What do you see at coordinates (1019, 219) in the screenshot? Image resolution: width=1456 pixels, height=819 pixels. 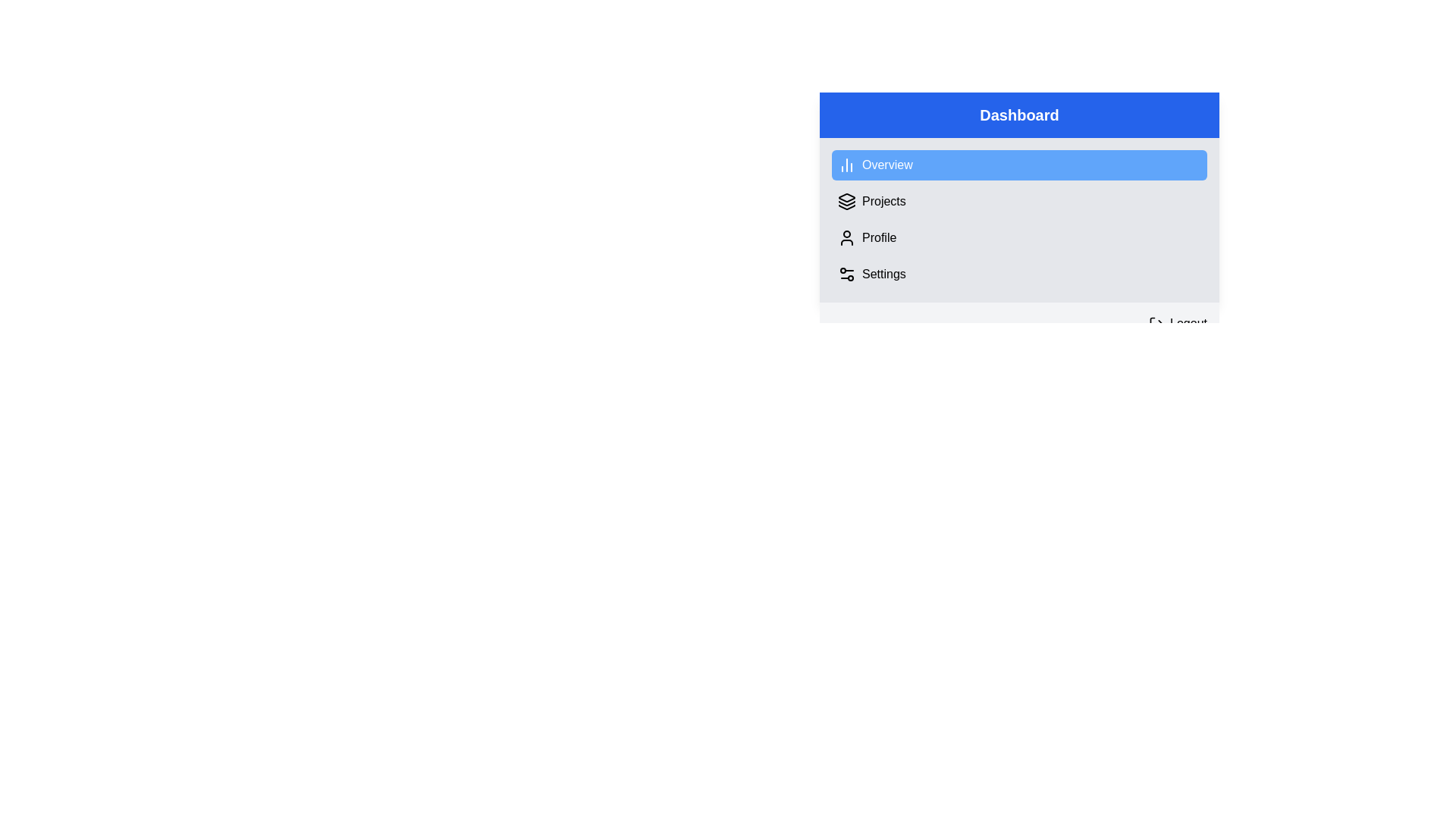 I see `the 'Projects' item in the vertical navigation menu located in the middle-right of the application beneath the 'Dashboard' title` at bounding box center [1019, 219].